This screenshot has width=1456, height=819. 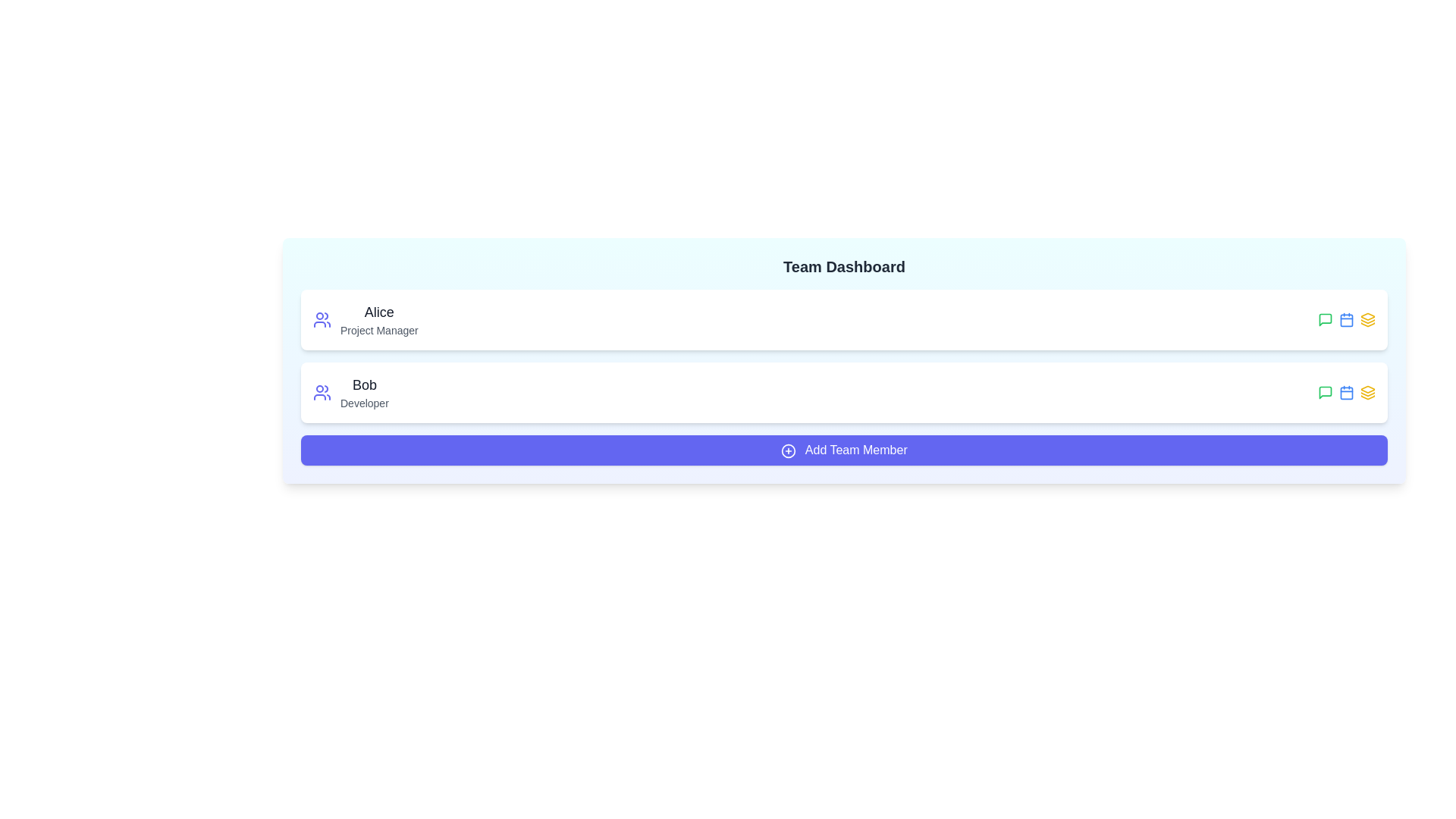 I want to click on the text label displaying 'Developer' in gray font, located beneath 'Bob' in the second card from the top, so click(x=364, y=403).